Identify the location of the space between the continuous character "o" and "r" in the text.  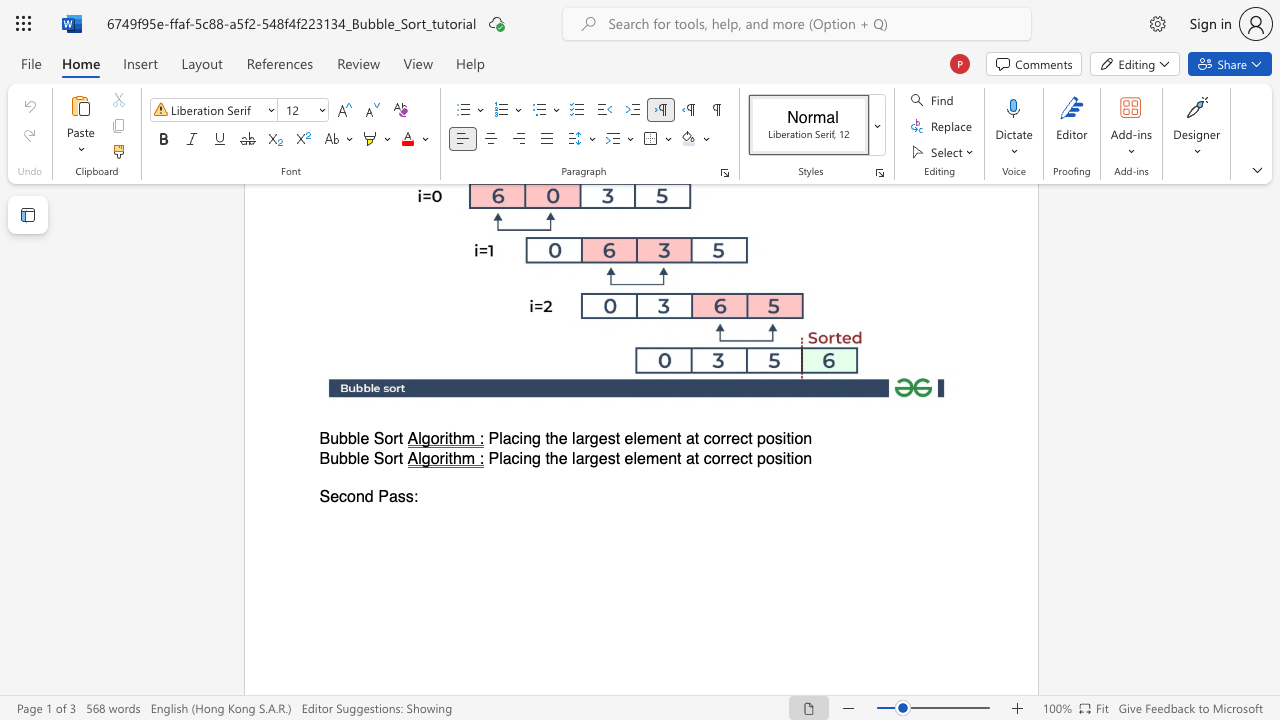
(392, 458).